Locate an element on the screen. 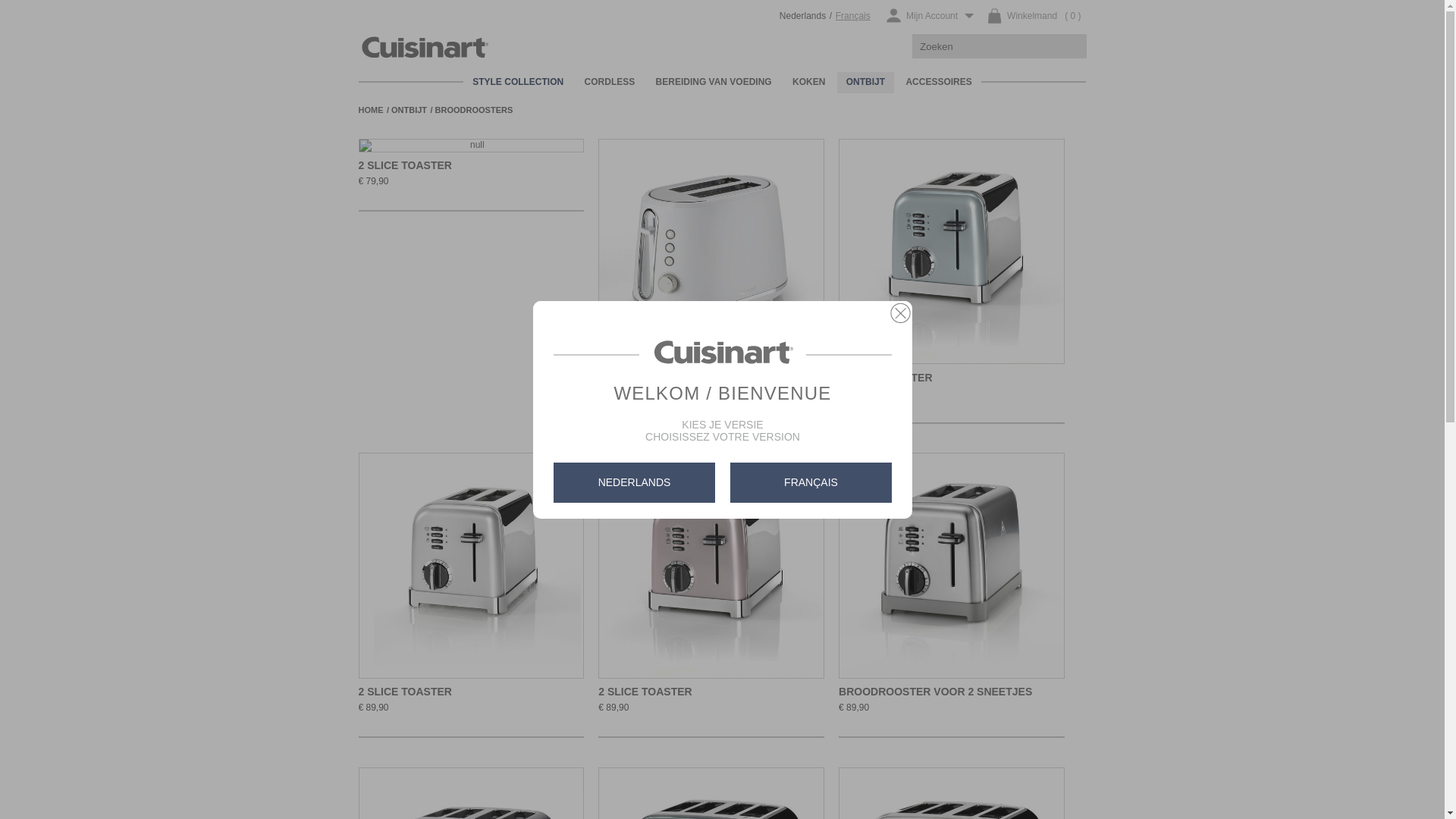  '2 SLICE TOASTER' is located at coordinates (404, 691).